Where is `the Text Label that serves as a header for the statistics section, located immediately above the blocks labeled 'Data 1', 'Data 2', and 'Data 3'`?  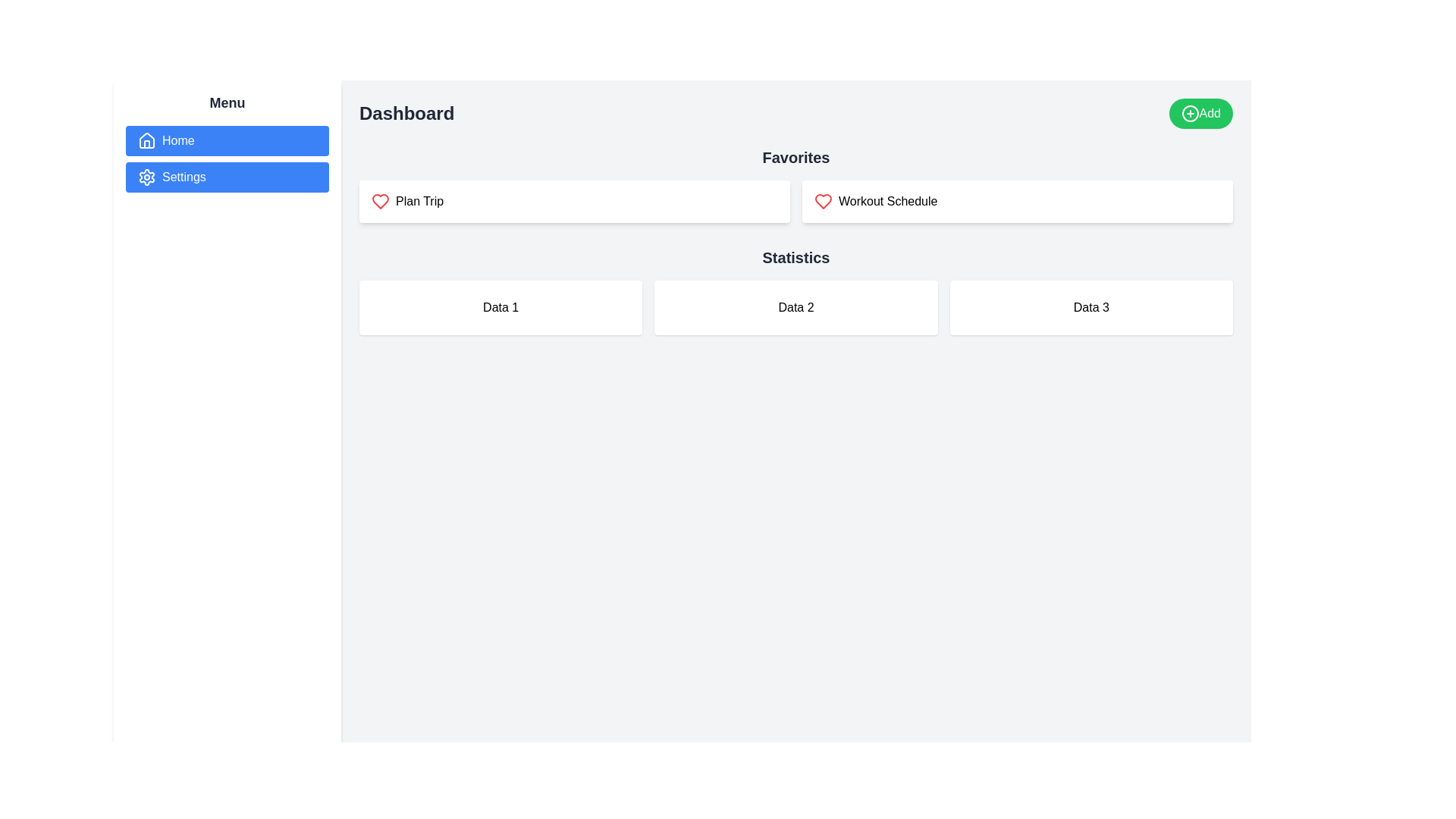 the Text Label that serves as a header for the statistics section, located immediately above the blocks labeled 'Data 1', 'Data 2', and 'Data 3' is located at coordinates (795, 256).